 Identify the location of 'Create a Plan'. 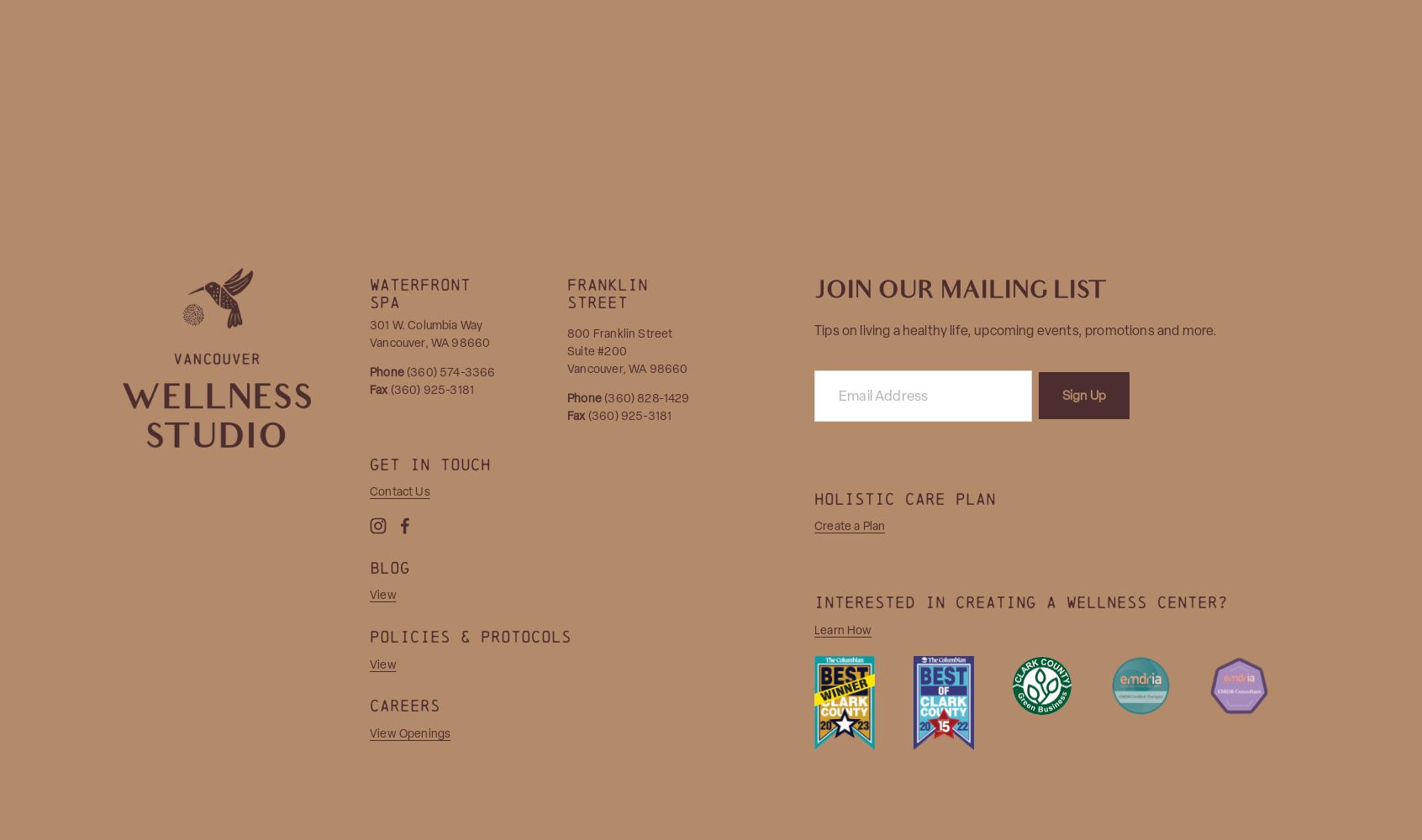
(814, 526).